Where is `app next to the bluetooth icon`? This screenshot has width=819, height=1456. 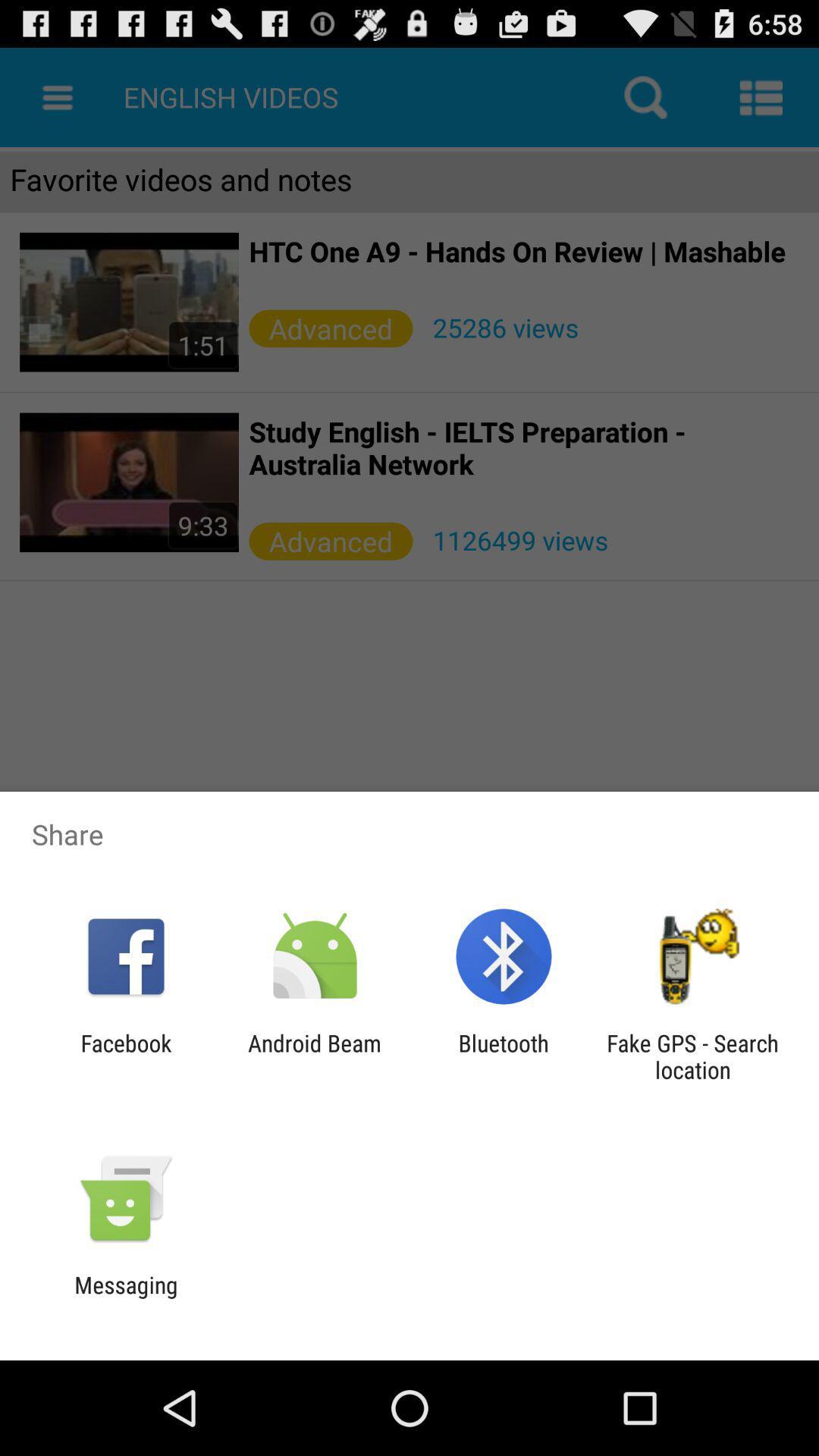
app next to the bluetooth icon is located at coordinates (692, 1056).